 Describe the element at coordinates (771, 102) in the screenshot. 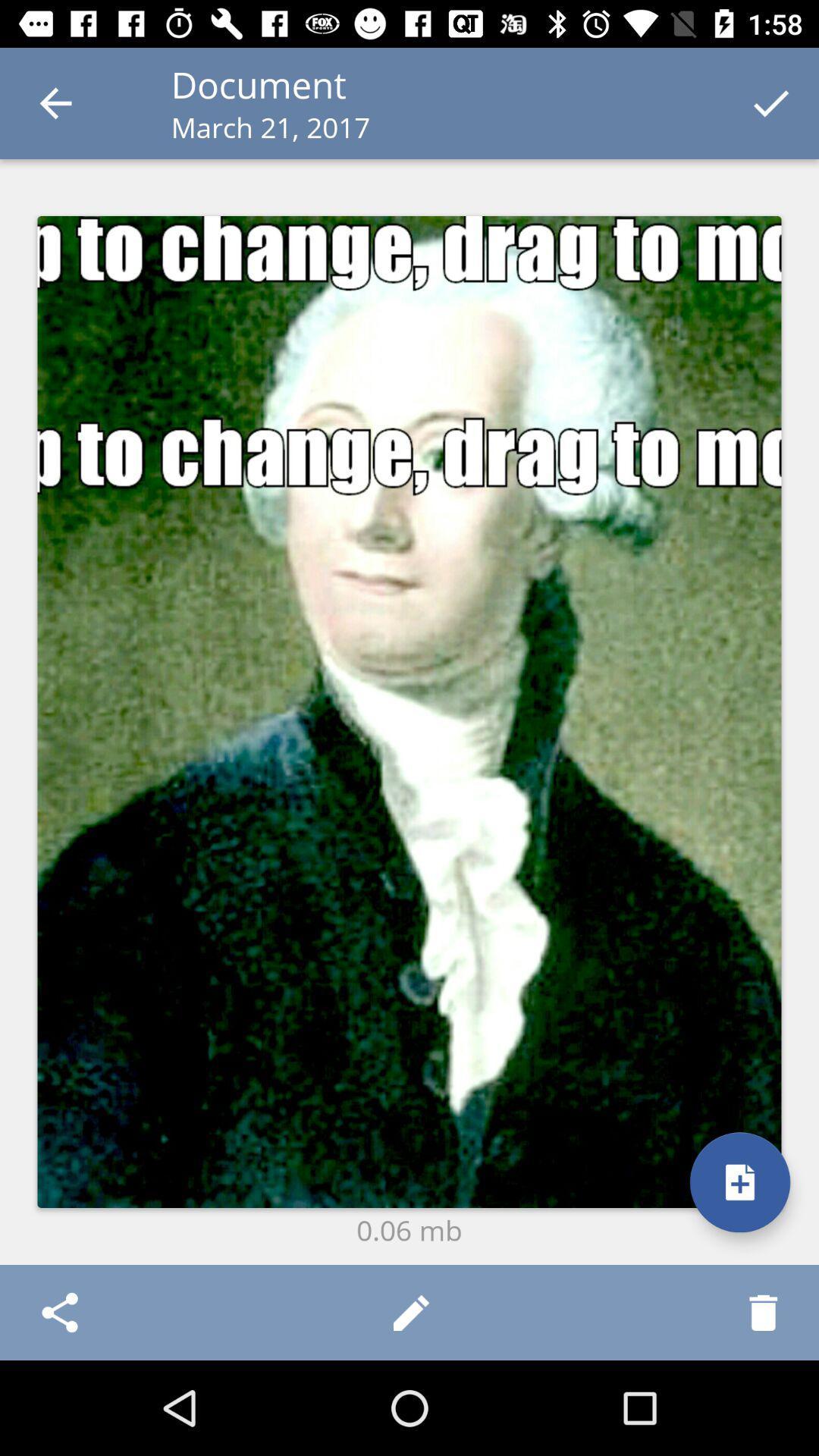

I see `item at the top right corner` at that location.